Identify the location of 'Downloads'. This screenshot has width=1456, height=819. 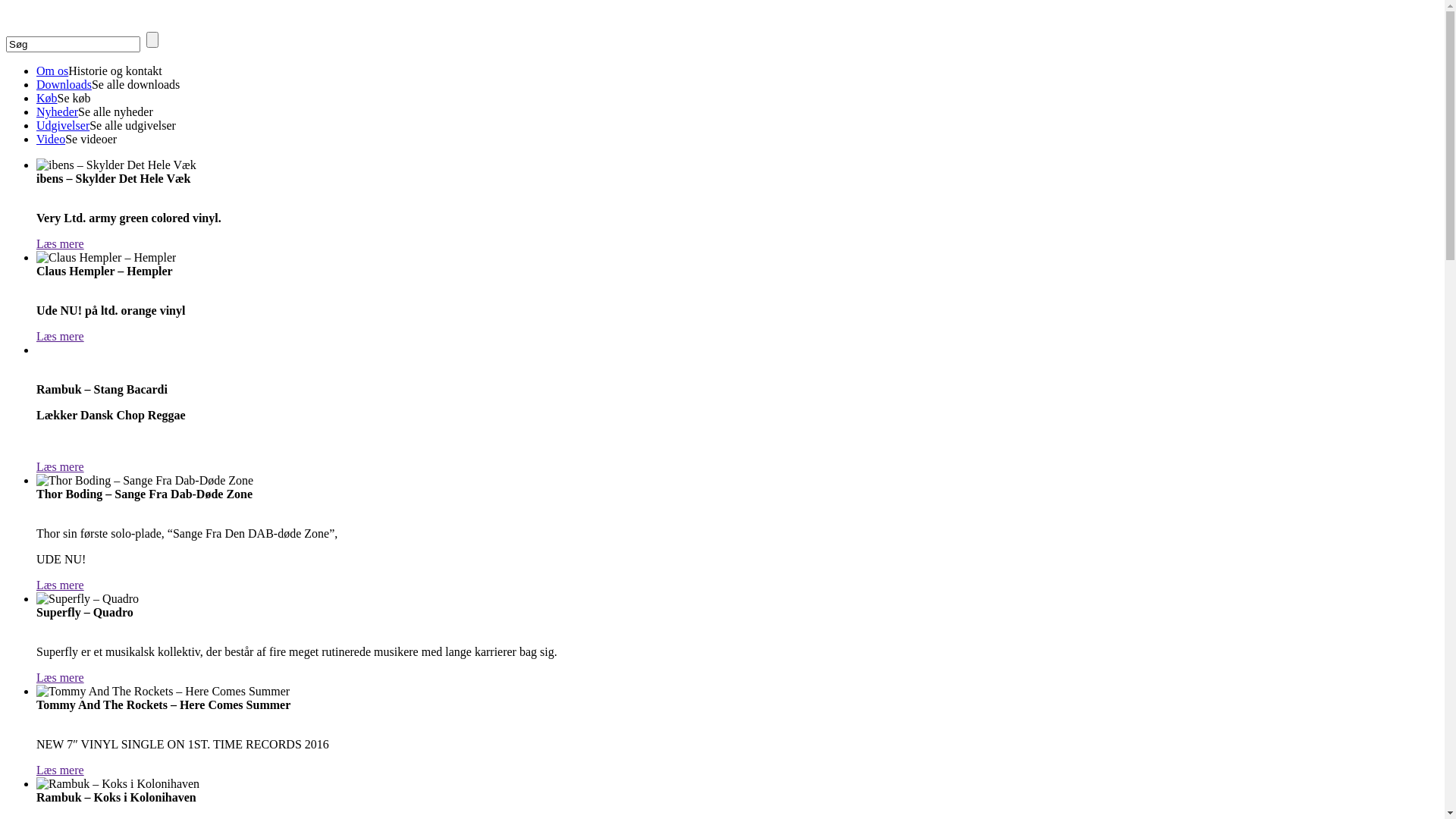
(63, 84).